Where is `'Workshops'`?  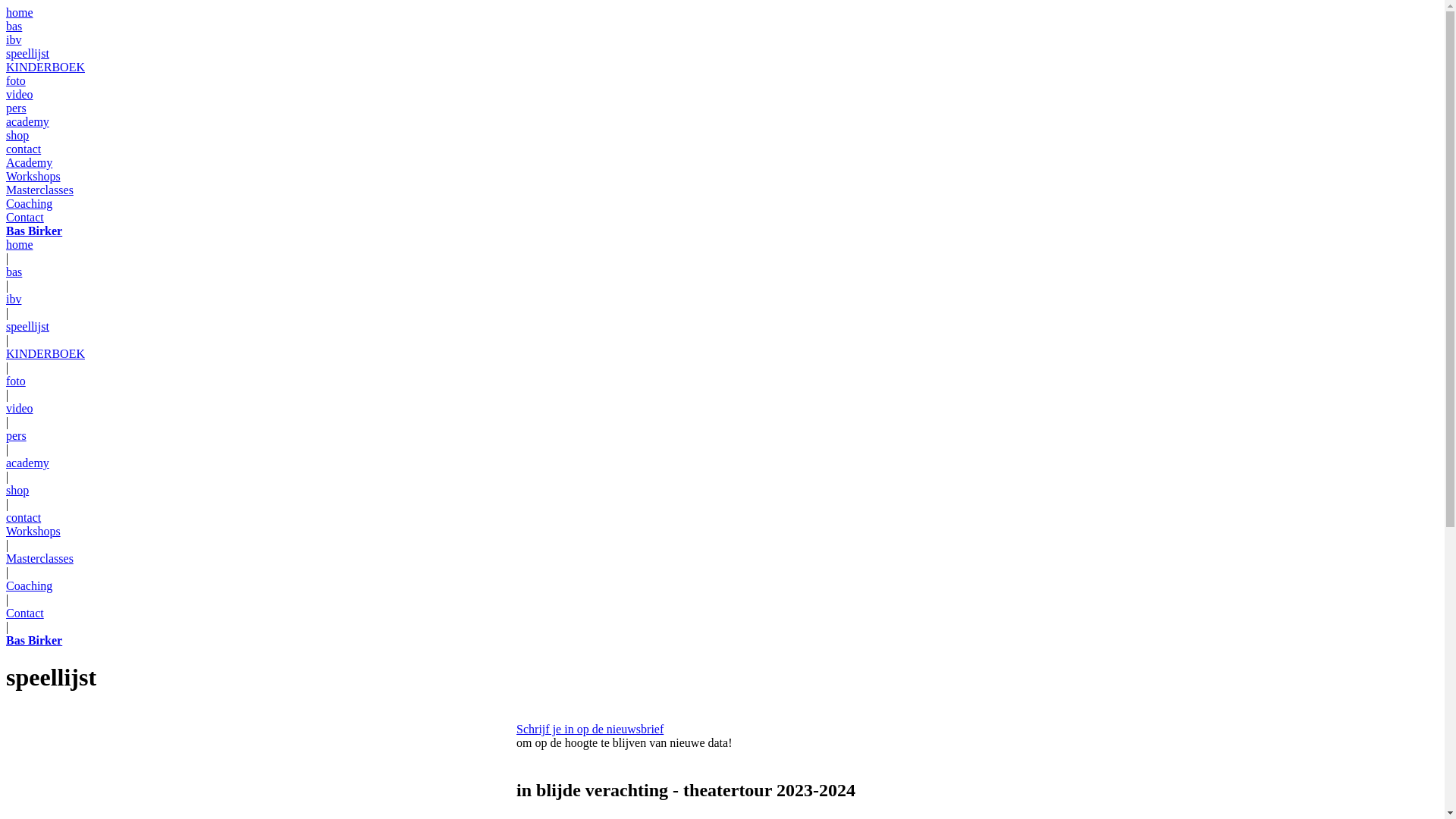 'Workshops' is located at coordinates (33, 530).